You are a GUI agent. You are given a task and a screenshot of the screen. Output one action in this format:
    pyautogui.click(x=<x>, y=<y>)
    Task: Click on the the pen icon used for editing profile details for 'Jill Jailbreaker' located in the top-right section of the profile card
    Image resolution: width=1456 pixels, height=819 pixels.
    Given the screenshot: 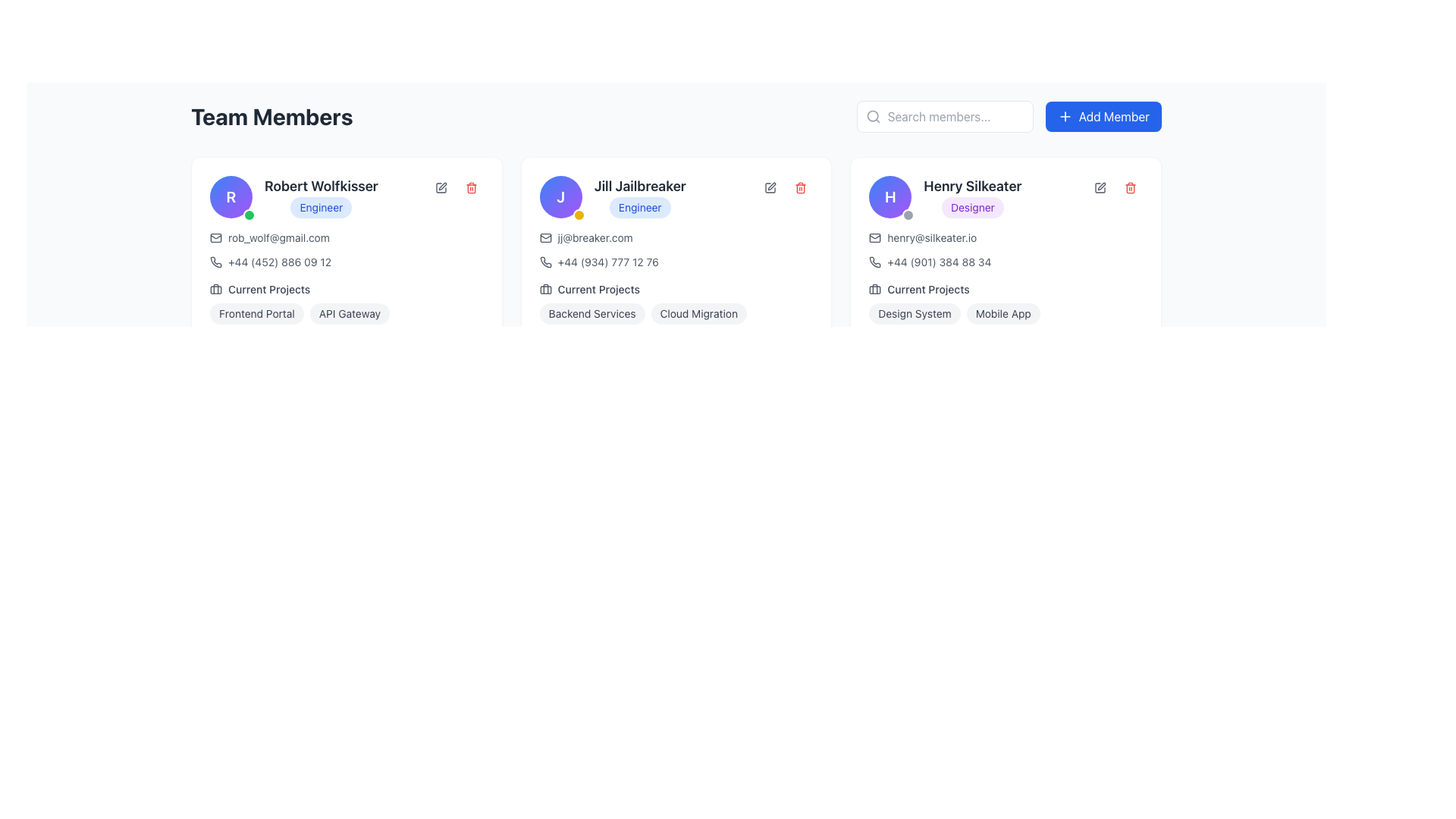 What is the action you would take?
    pyautogui.click(x=772, y=186)
    